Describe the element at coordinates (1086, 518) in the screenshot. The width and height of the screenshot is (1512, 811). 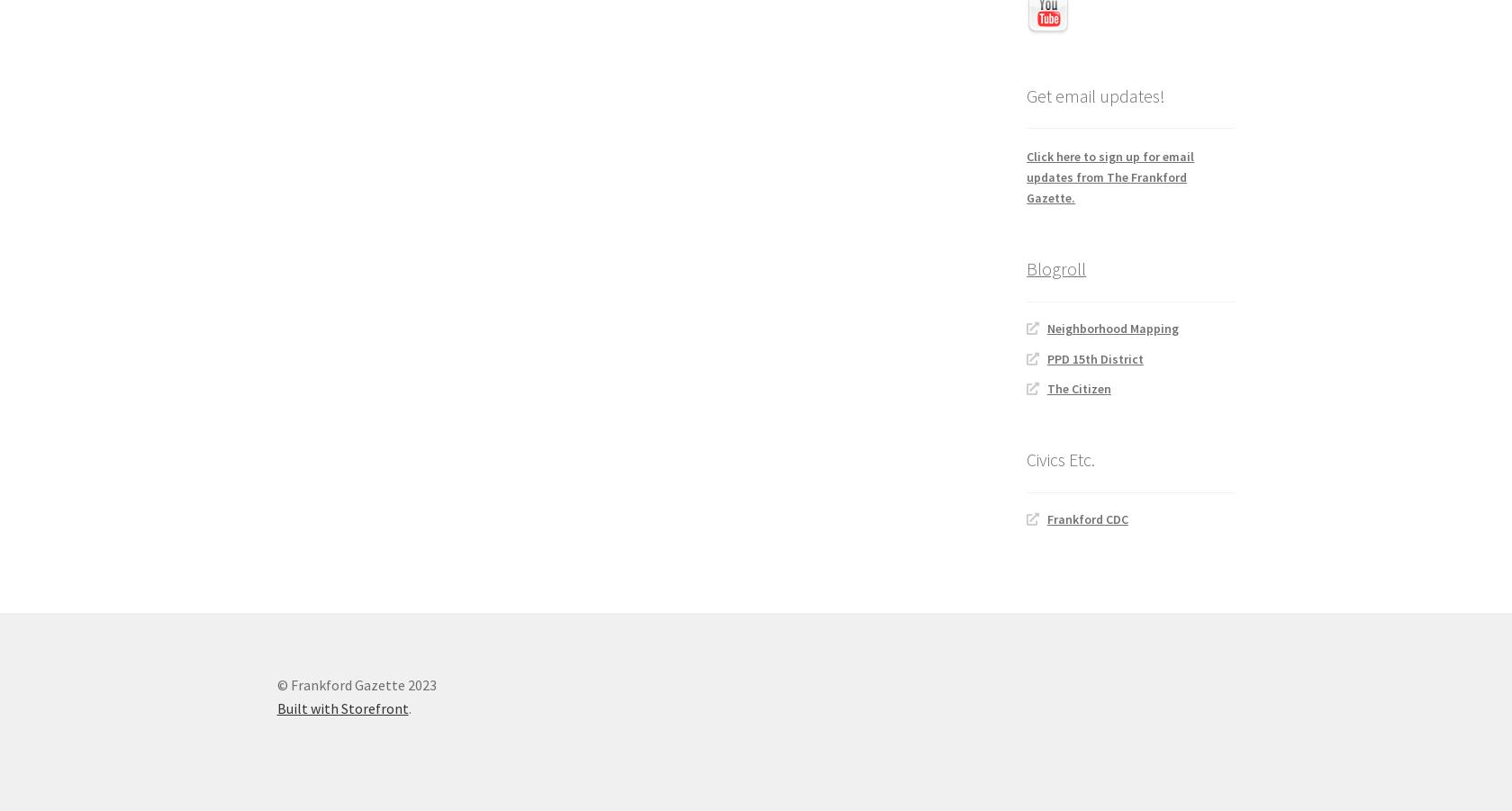
I see `'Frankford CDC'` at that location.